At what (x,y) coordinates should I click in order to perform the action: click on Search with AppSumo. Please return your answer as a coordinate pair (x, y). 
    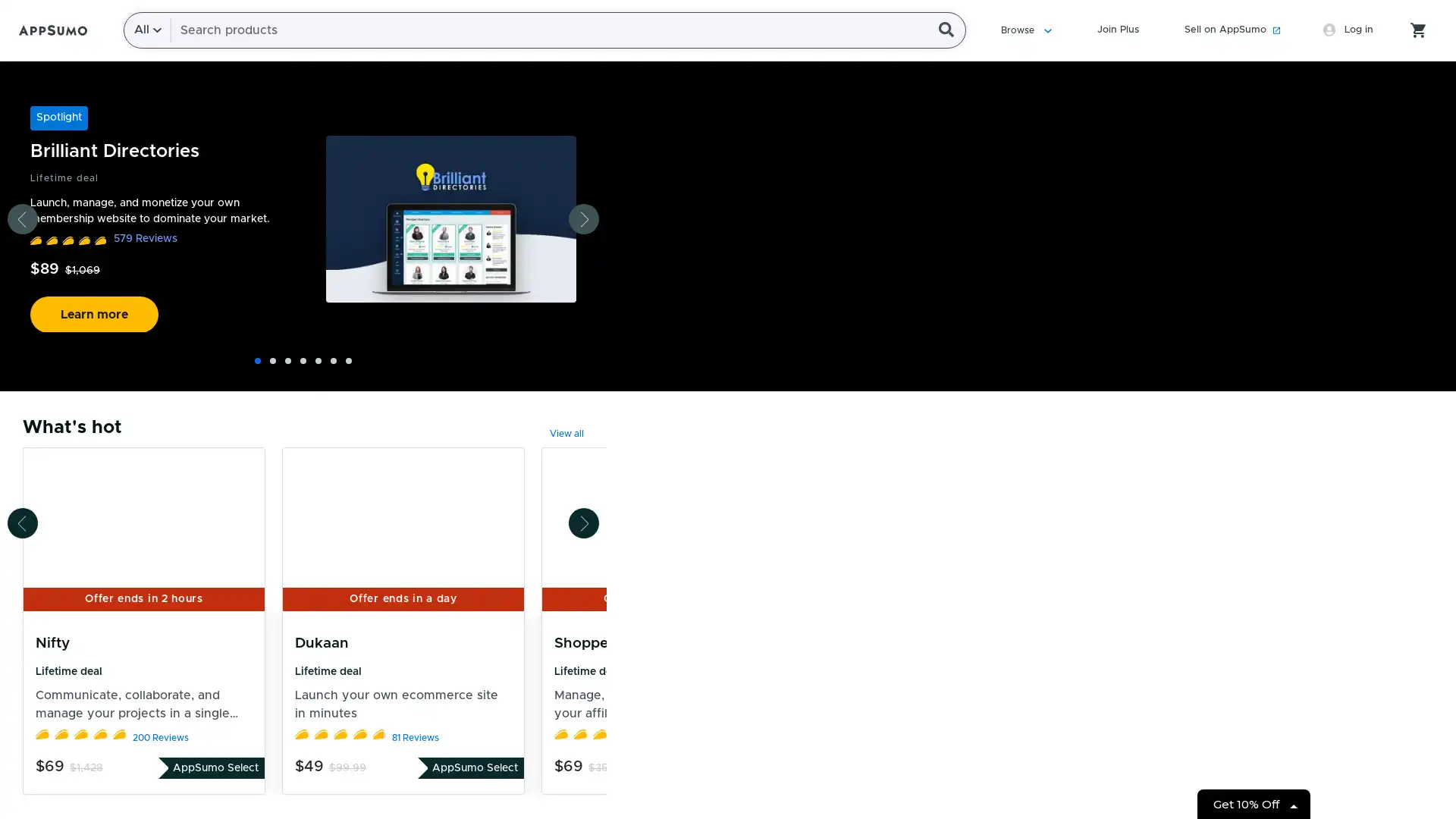
    Looking at the image, I should click on (950, 30).